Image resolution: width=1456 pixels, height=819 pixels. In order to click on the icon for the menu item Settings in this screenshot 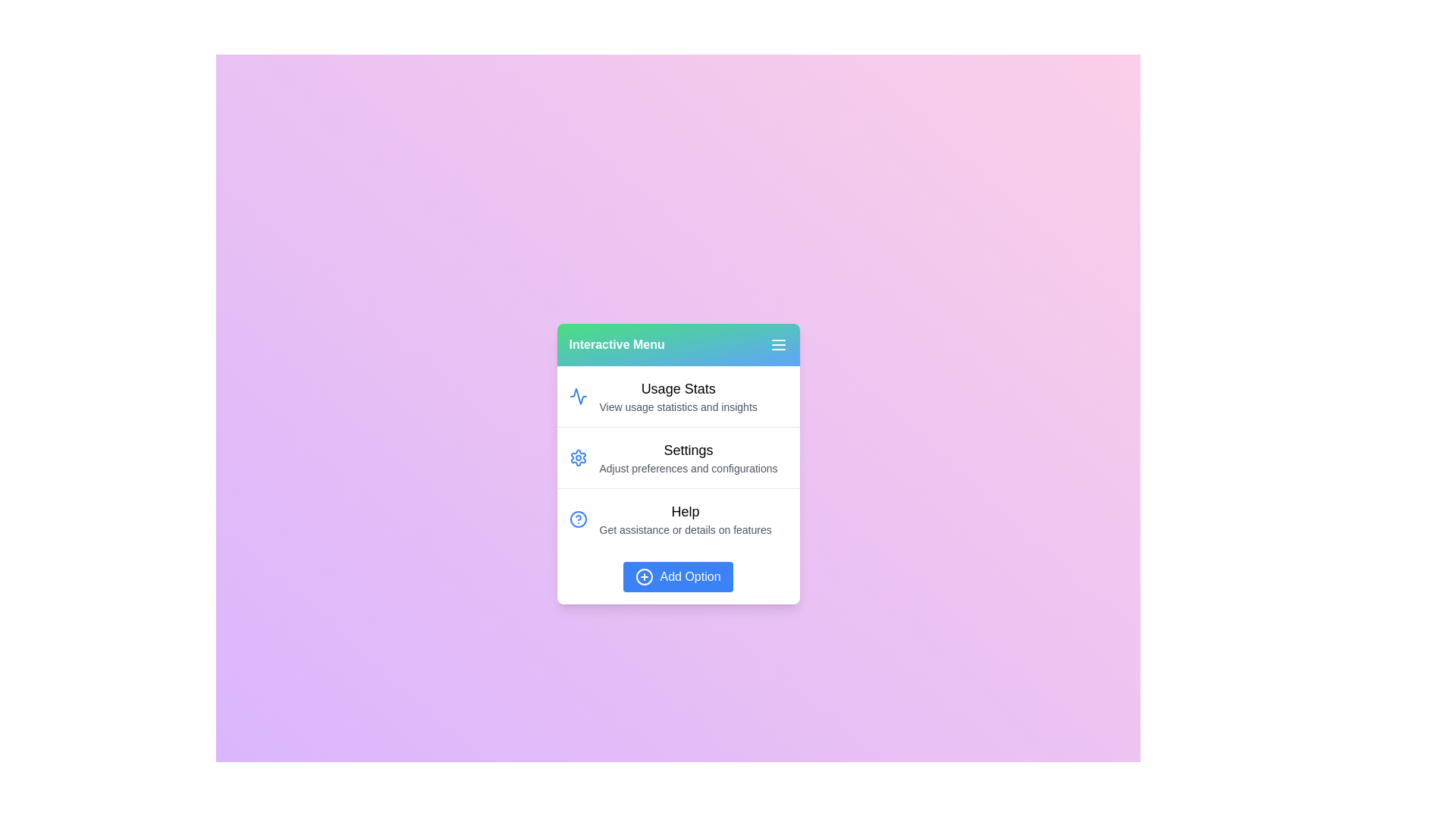, I will do `click(577, 457)`.